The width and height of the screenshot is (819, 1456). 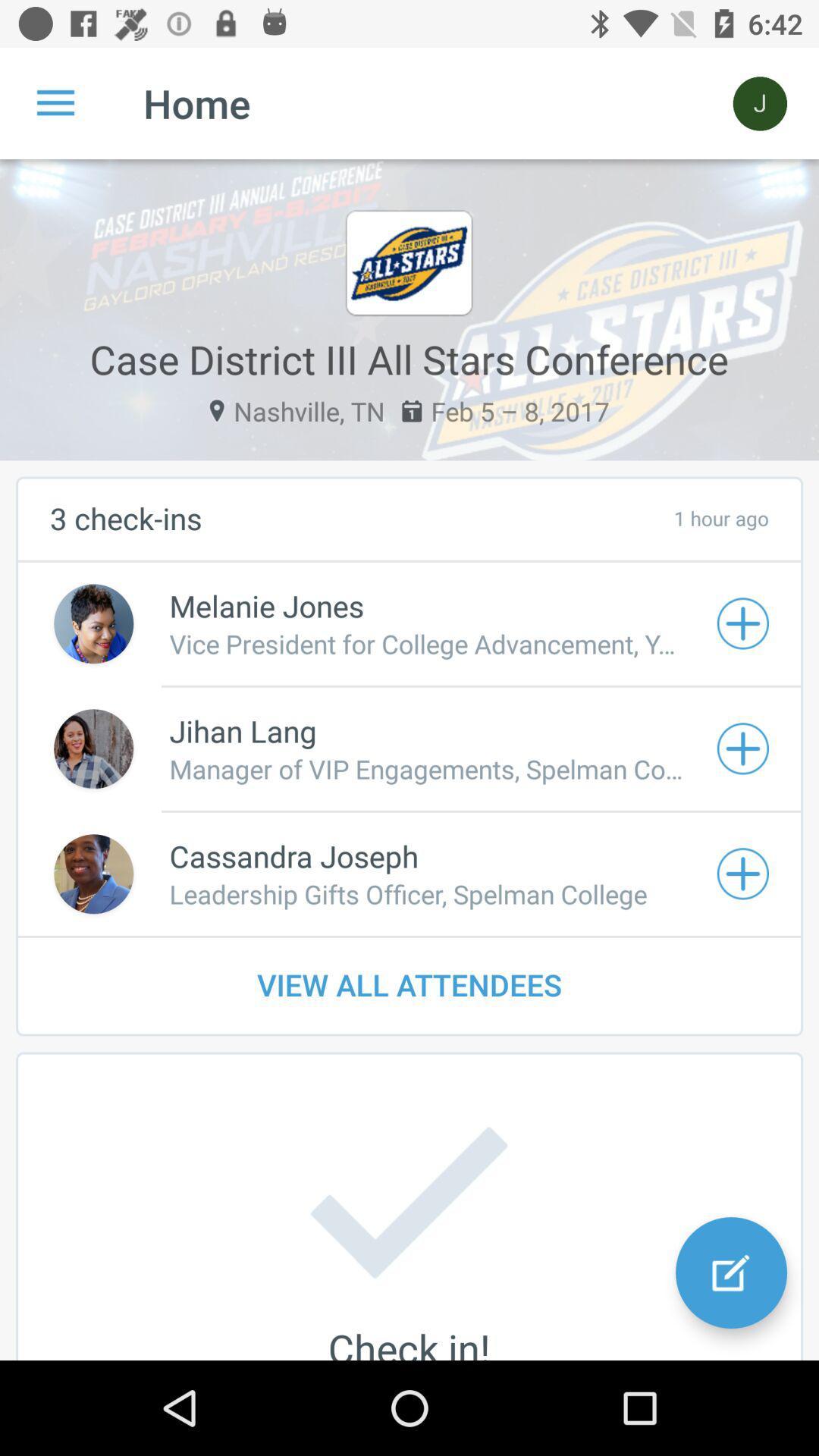 I want to click on the icon to the left of home icon, so click(x=55, y=102).